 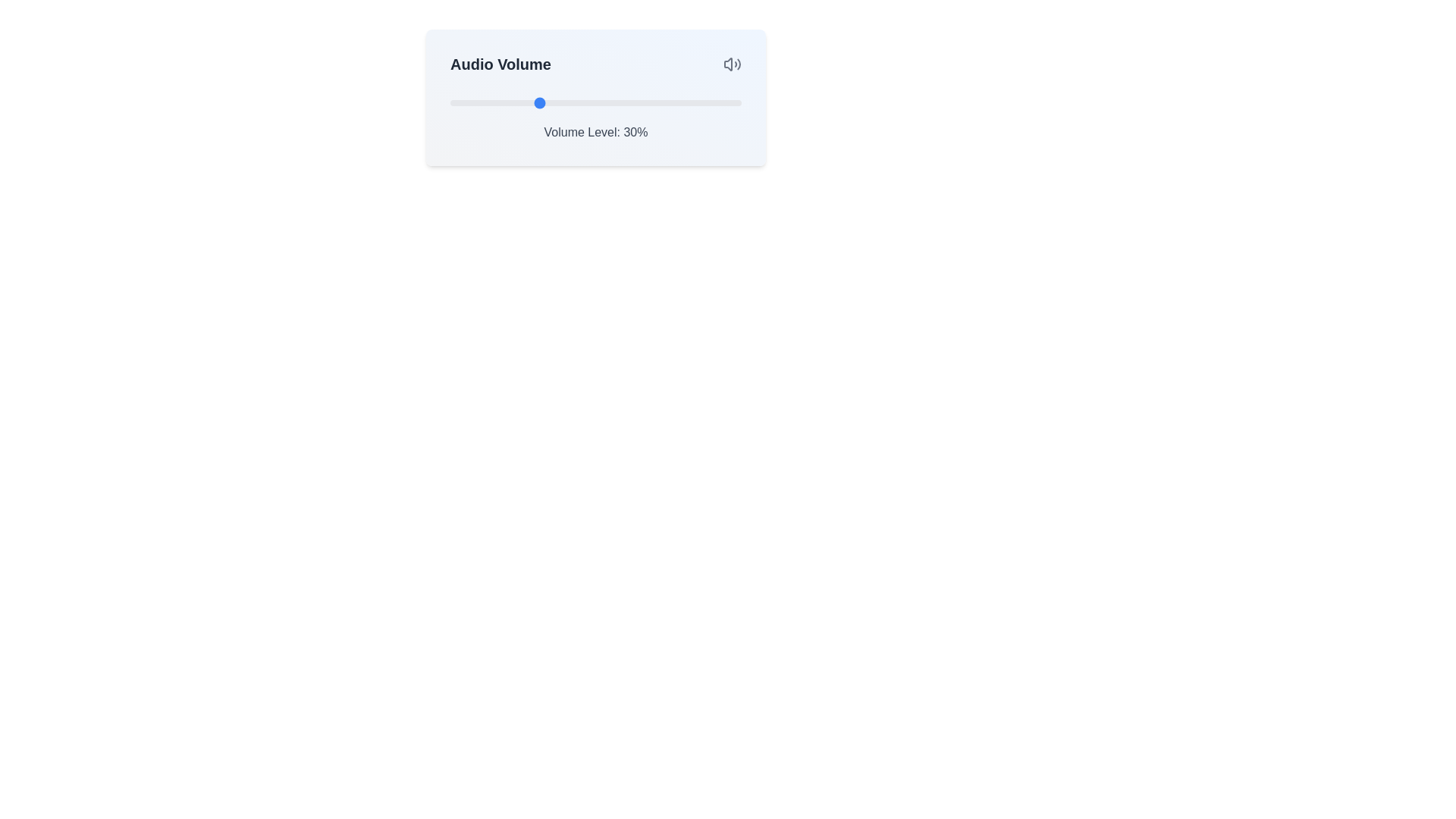 I want to click on audio volume, so click(x=676, y=102).